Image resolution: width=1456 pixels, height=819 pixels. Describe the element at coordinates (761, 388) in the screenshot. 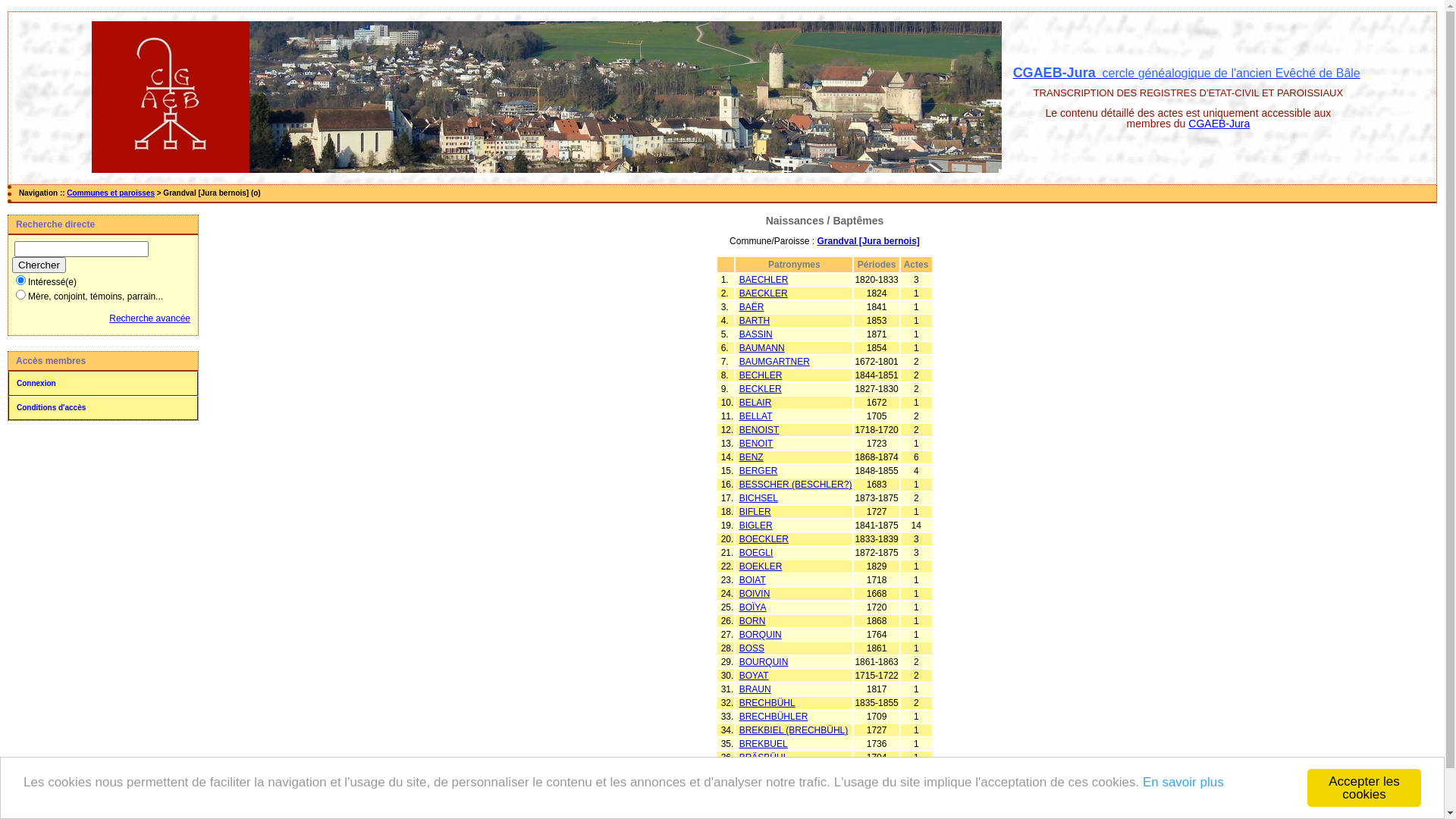

I see `'BECKLER'` at that location.